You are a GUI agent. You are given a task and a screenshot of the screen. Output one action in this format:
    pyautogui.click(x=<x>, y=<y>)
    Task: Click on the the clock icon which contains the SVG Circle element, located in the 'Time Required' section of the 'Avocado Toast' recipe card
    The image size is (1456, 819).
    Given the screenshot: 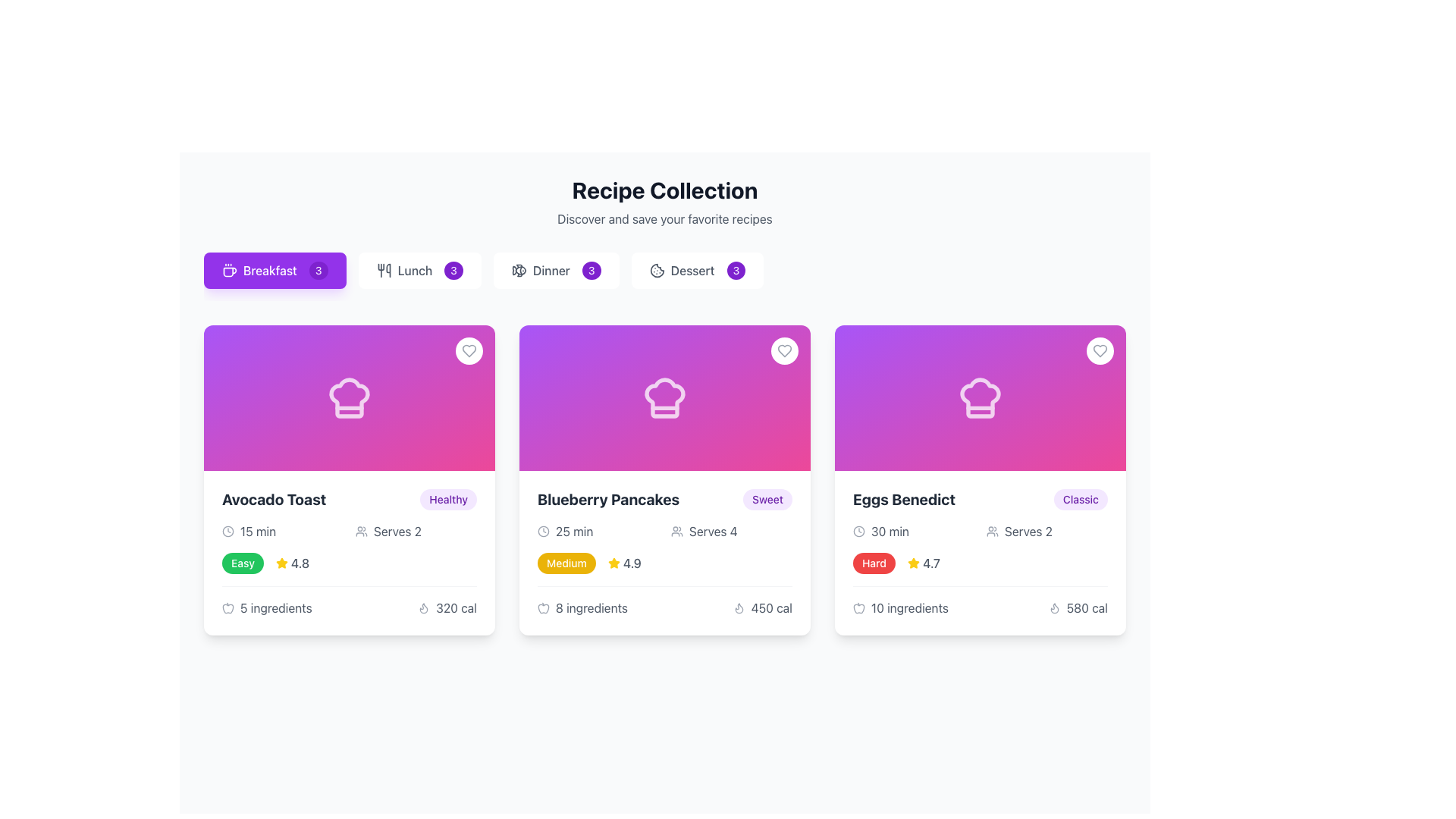 What is the action you would take?
    pyautogui.click(x=227, y=531)
    